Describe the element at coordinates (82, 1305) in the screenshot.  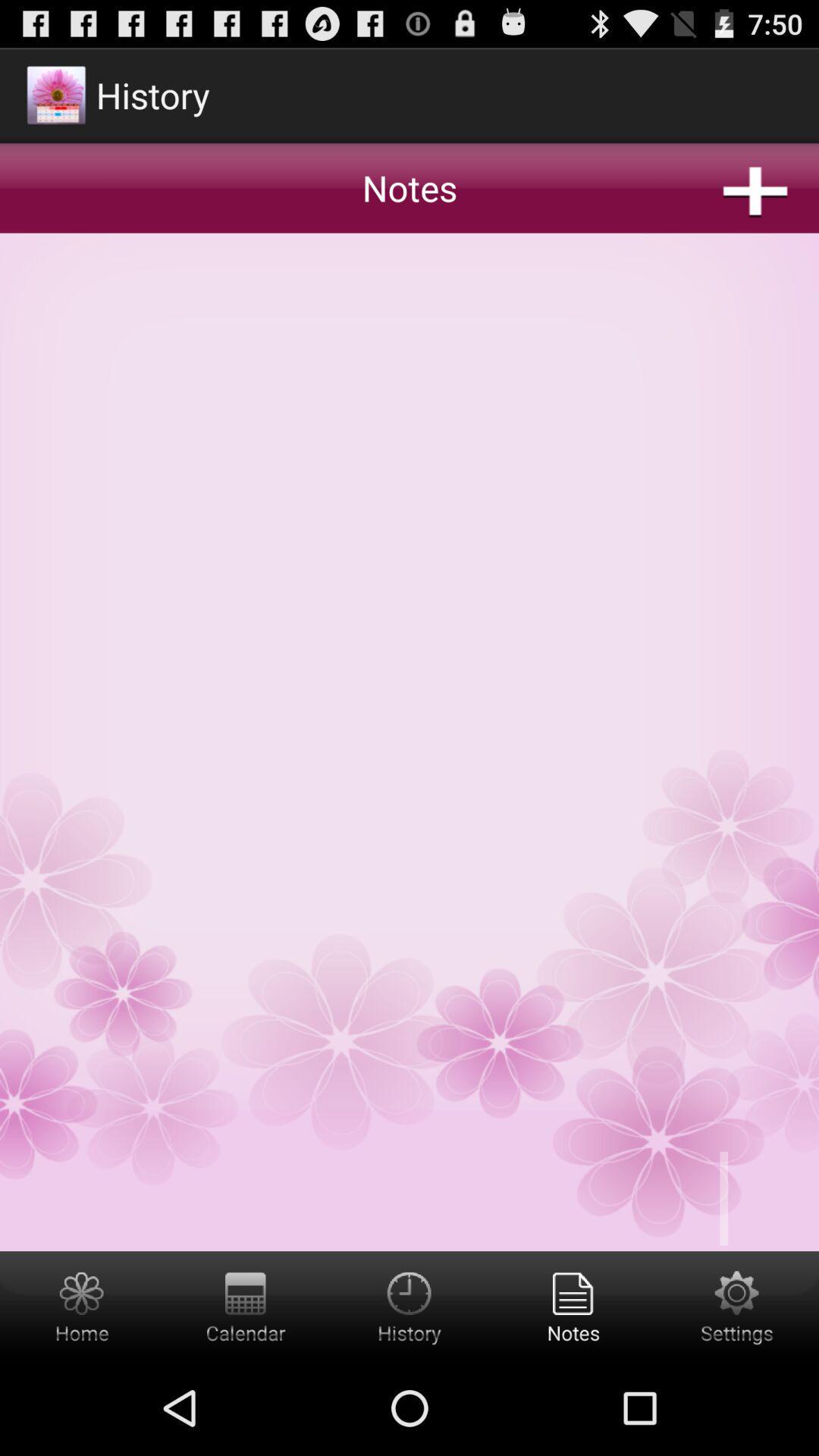
I see `go home` at that location.